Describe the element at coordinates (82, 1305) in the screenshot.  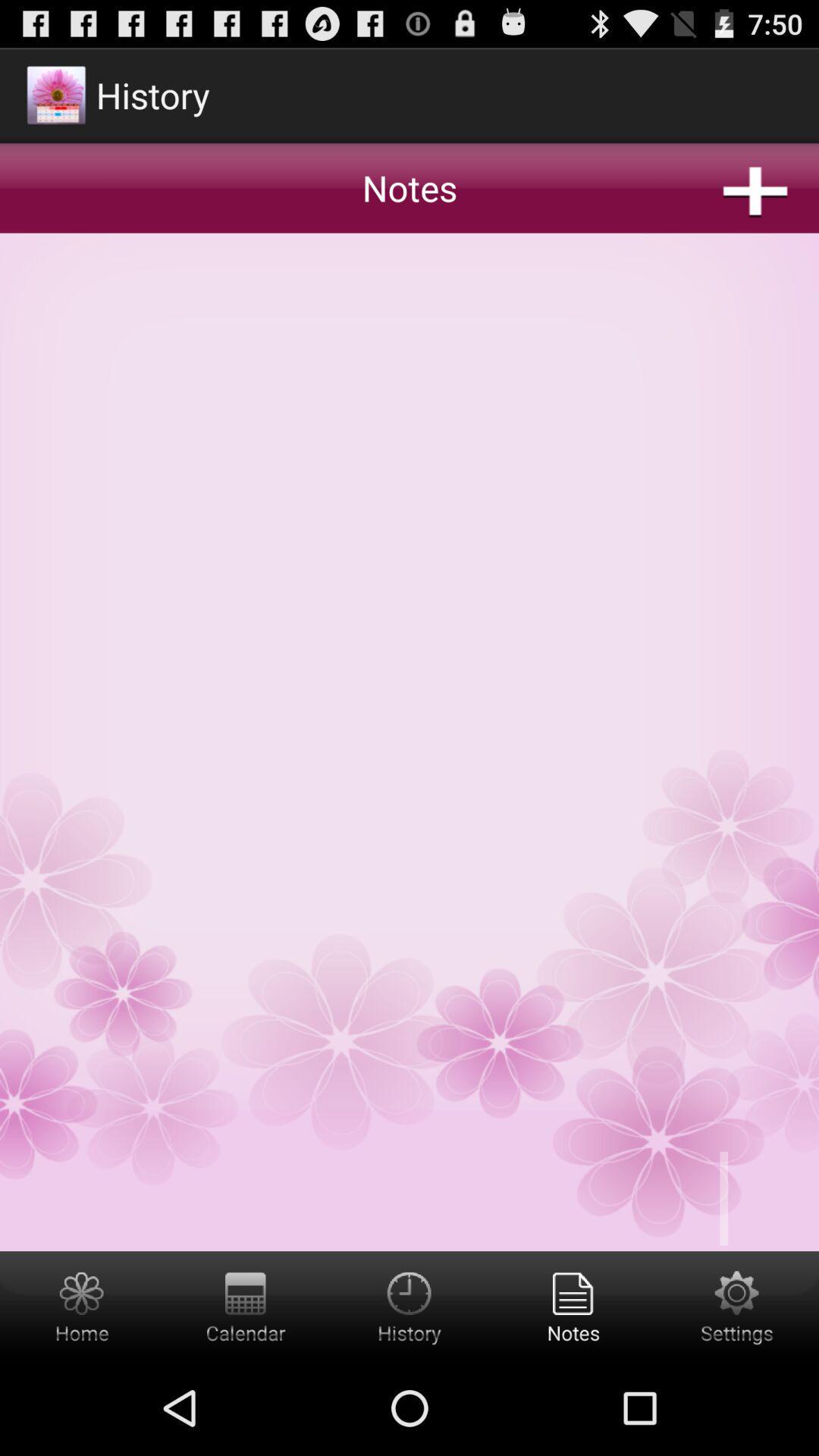
I see `go home` at that location.